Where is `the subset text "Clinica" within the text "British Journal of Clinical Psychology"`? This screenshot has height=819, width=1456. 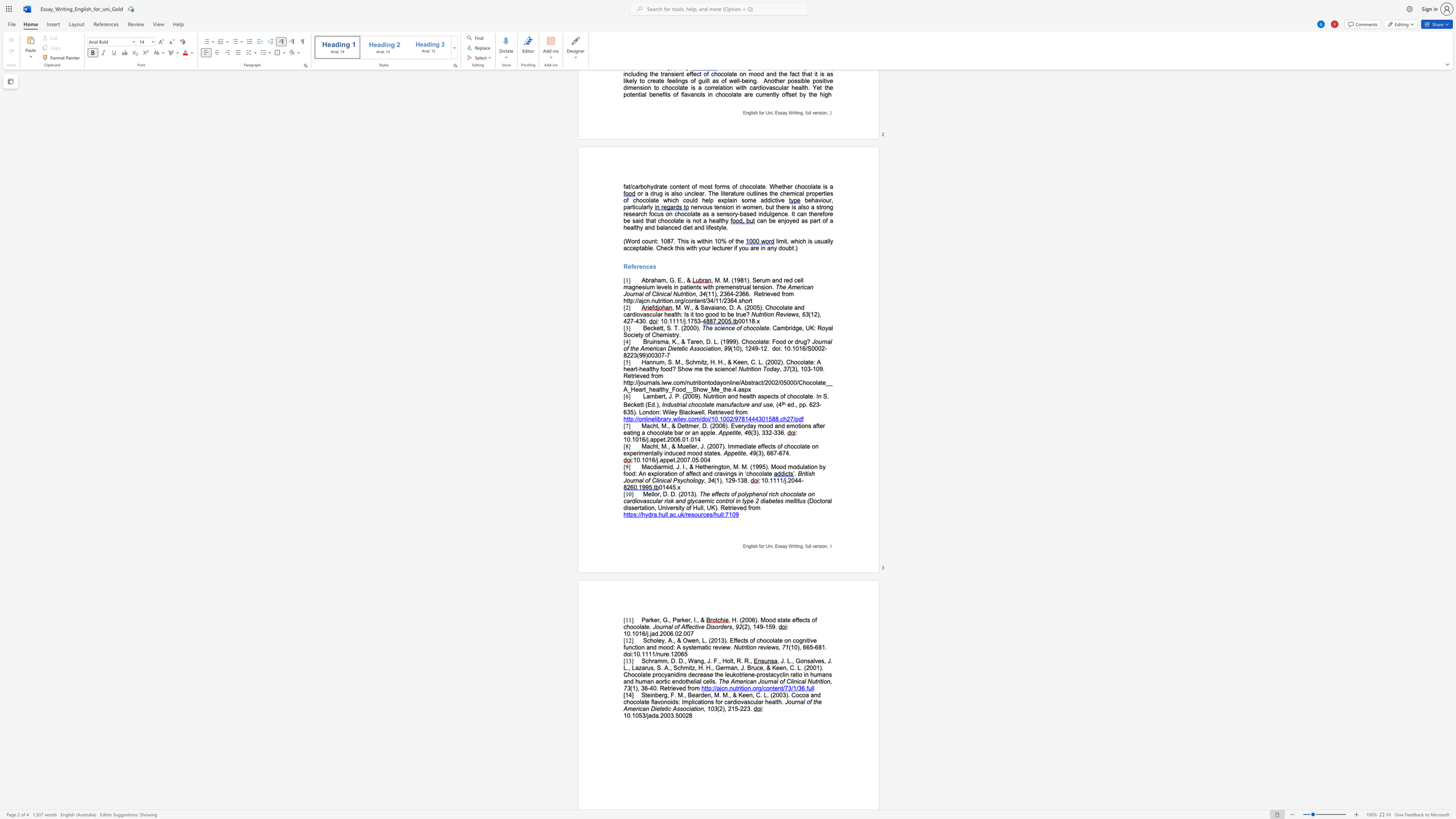 the subset text "Clinica" within the text "British Journal of Clinical Psychology" is located at coordinates (651, 480).